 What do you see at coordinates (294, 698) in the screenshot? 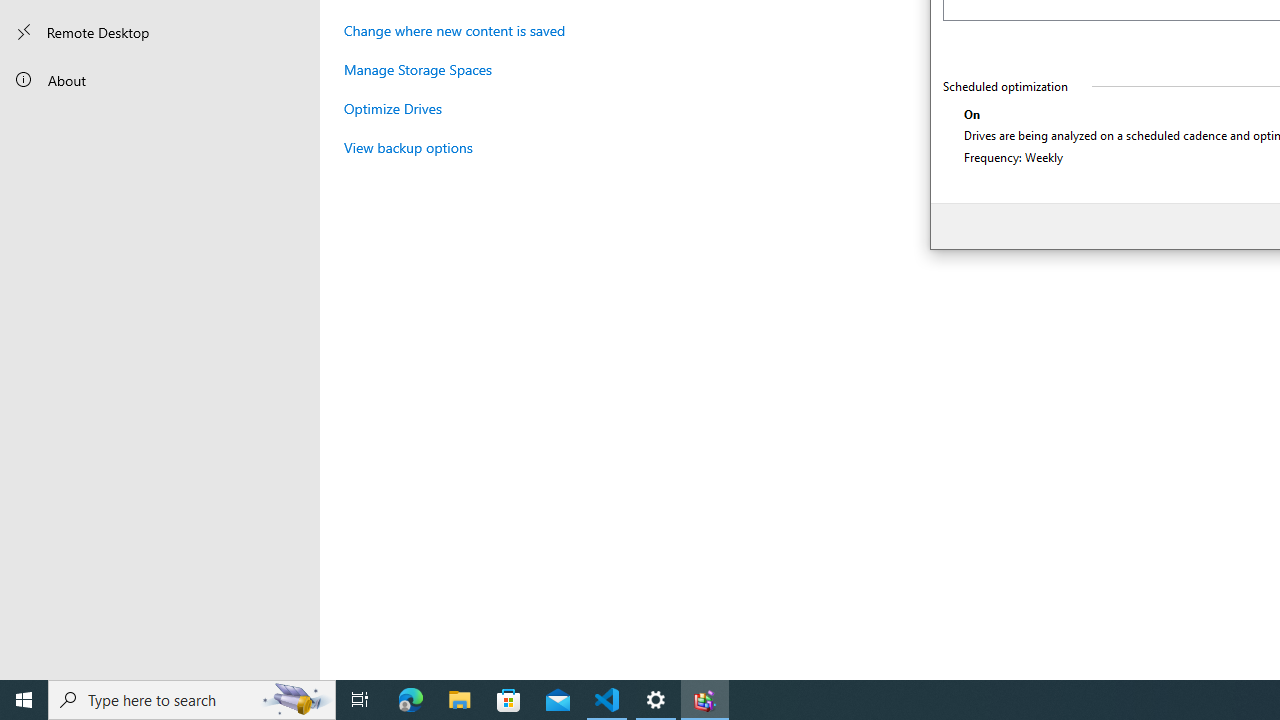
I see `'Search highlights icon opens search home window'` at bounding box center [294, 698].